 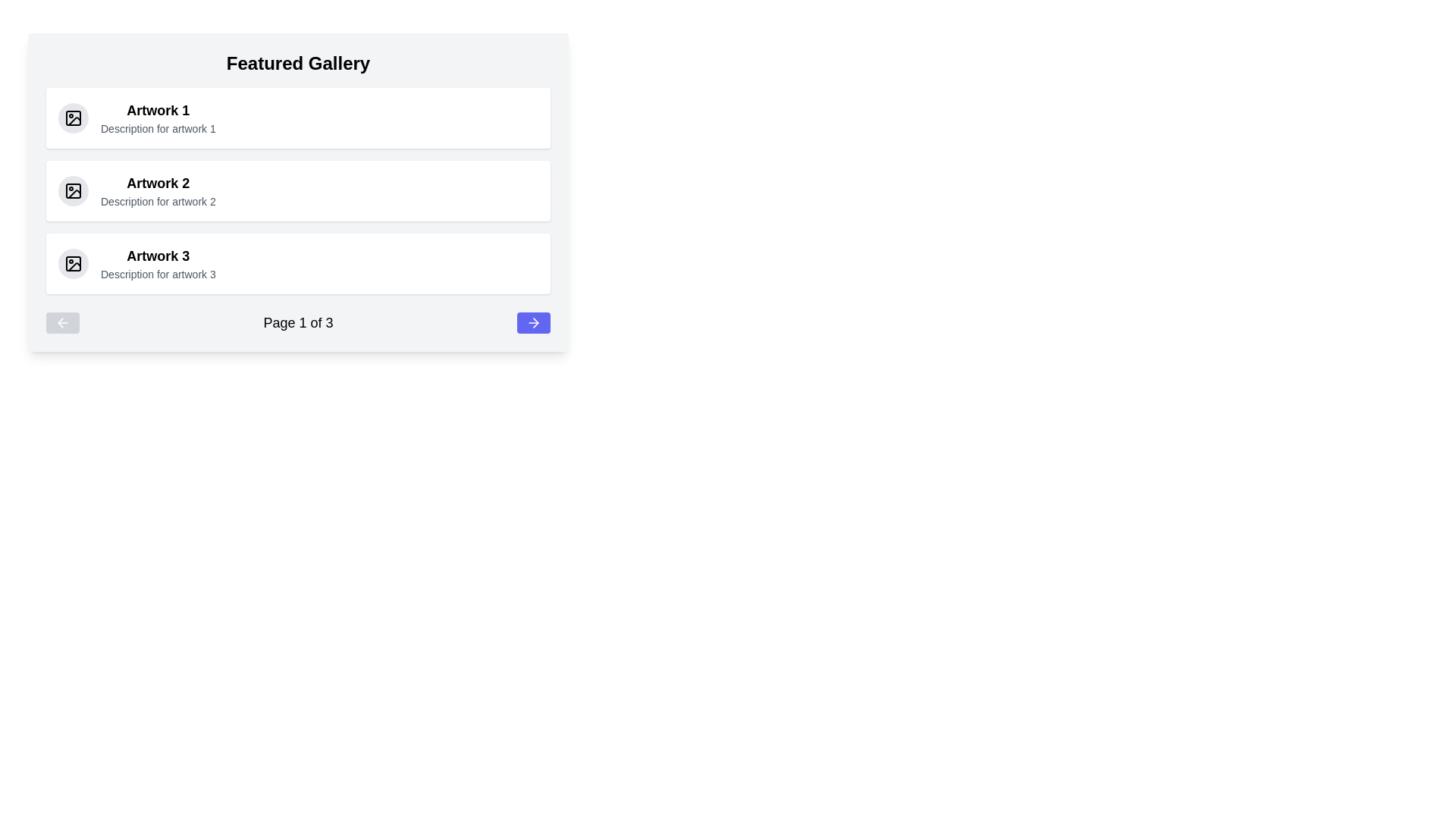 I want to click on rounded rectangle housing the broken image icon for 'Artwork 2', located adjacent to the text 'Artwork 2', so click(x=72, y=190).